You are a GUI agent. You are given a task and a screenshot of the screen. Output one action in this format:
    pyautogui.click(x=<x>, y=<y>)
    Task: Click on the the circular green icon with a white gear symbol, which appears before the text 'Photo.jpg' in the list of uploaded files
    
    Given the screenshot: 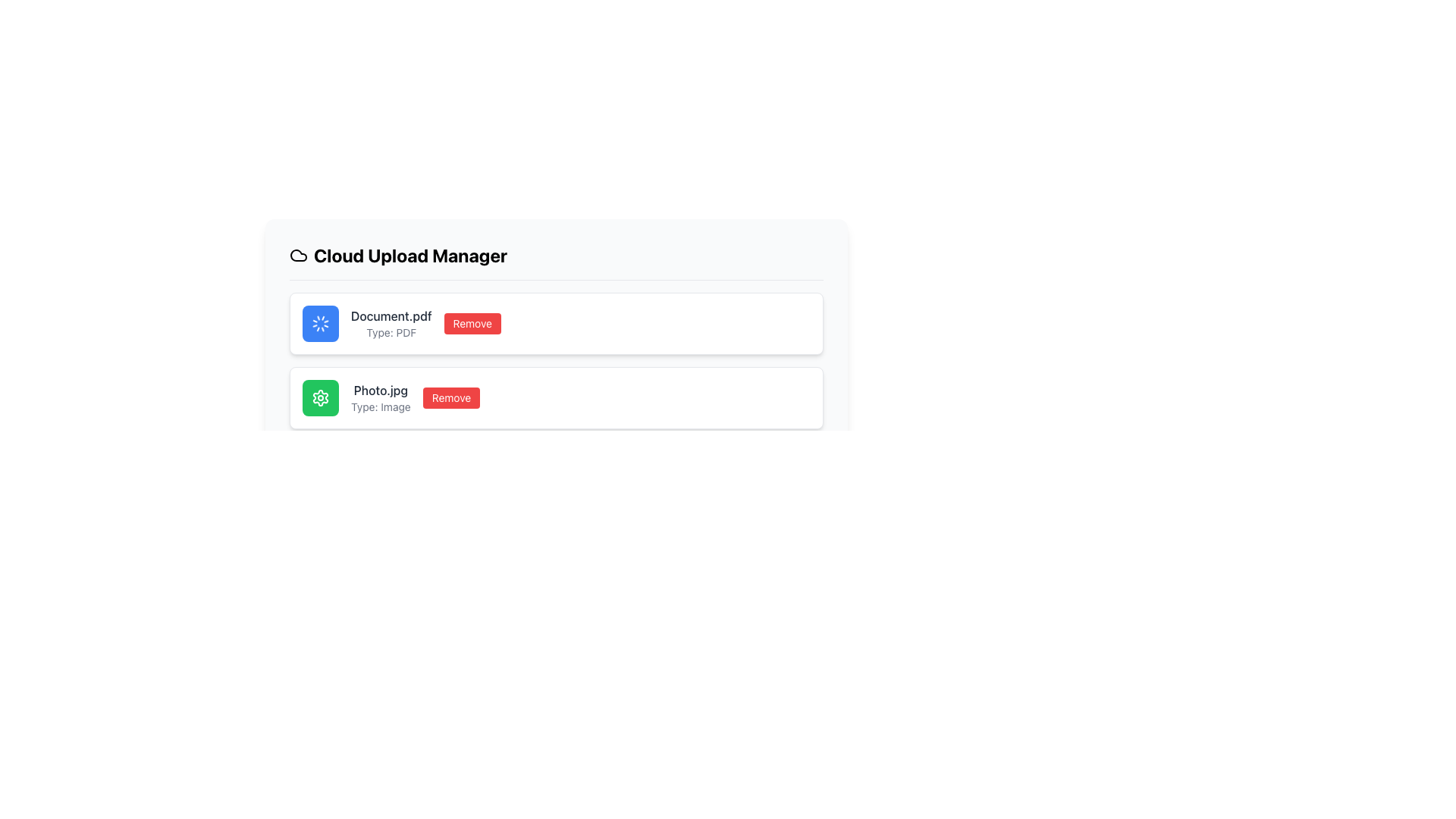 What is the action you would take?
    pyautogui.click(x=319, y=397)
    